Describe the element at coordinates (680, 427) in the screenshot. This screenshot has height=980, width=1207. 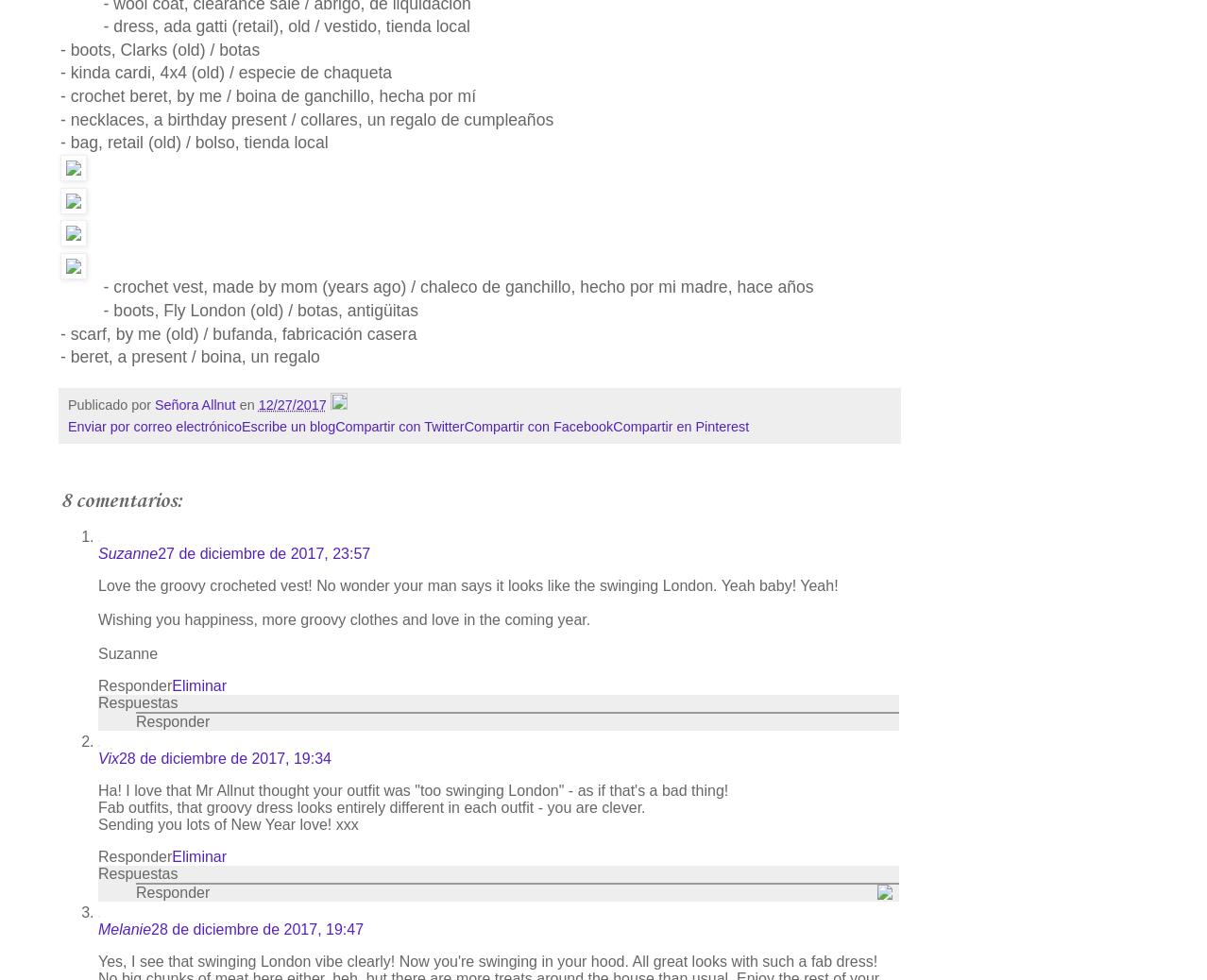
I see `'Compartir en Pinterest'` at that location.